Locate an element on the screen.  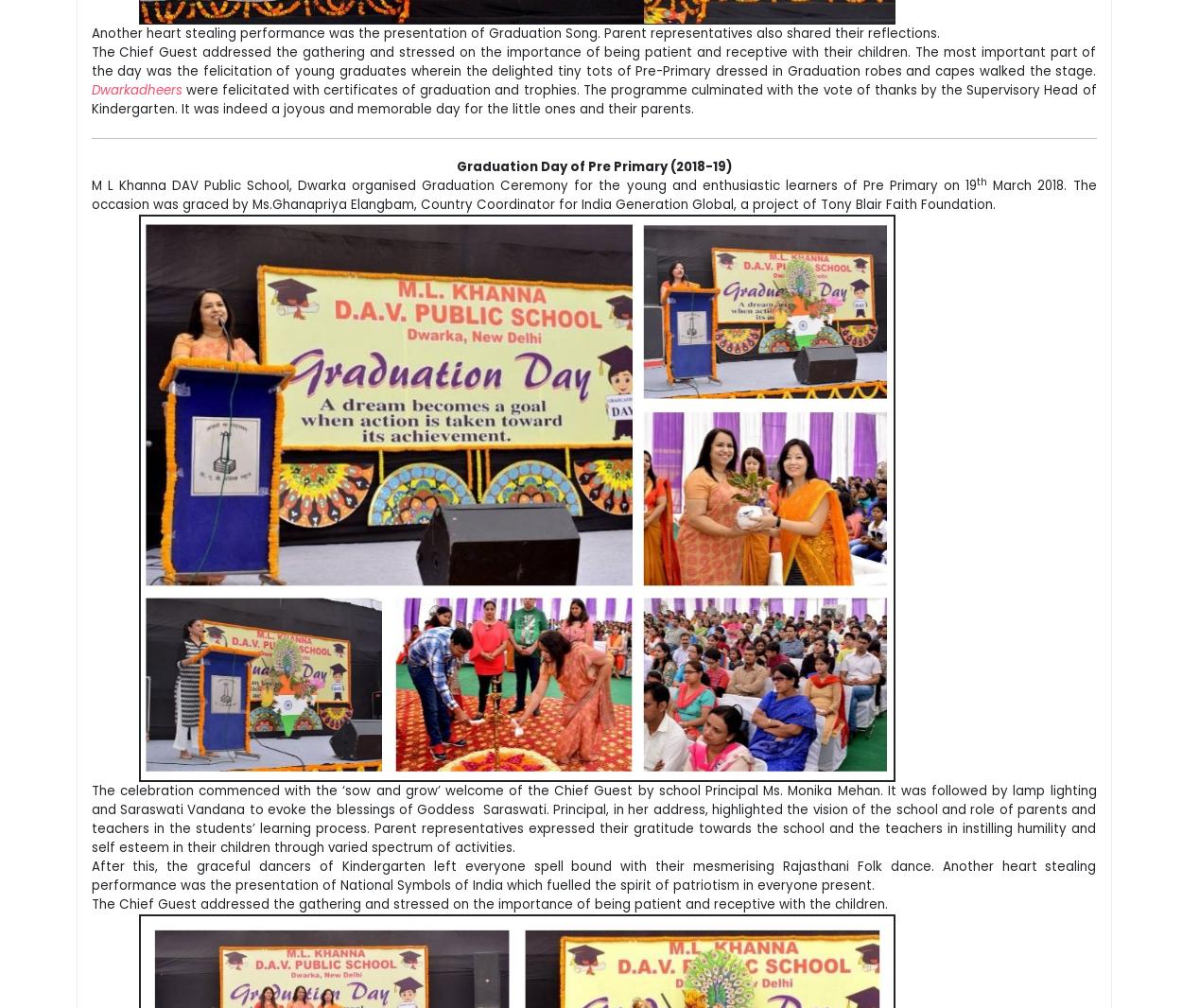
'Like Us on:' is located at coordinates (107, 827).